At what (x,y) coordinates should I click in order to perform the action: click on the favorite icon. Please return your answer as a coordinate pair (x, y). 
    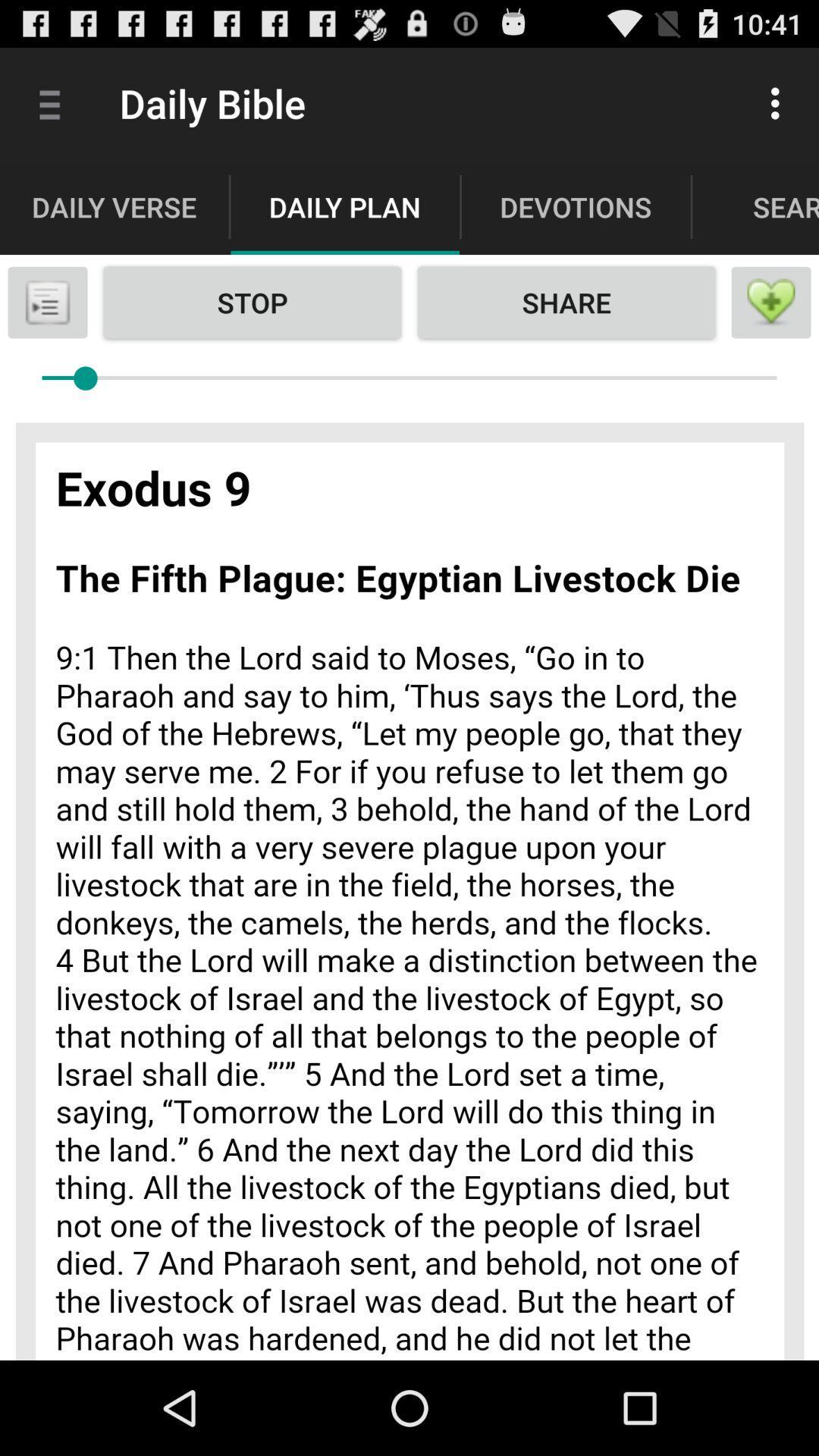
    Looking at the image, I should click on (771, 323).